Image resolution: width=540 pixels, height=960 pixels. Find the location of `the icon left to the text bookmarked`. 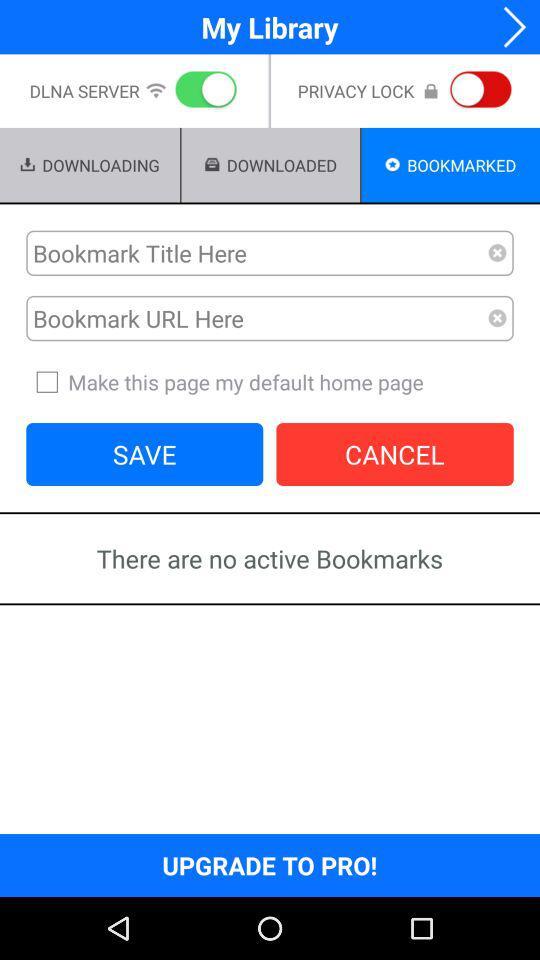

the icon left to the text bookmarked is located at coordinates (393, 164).